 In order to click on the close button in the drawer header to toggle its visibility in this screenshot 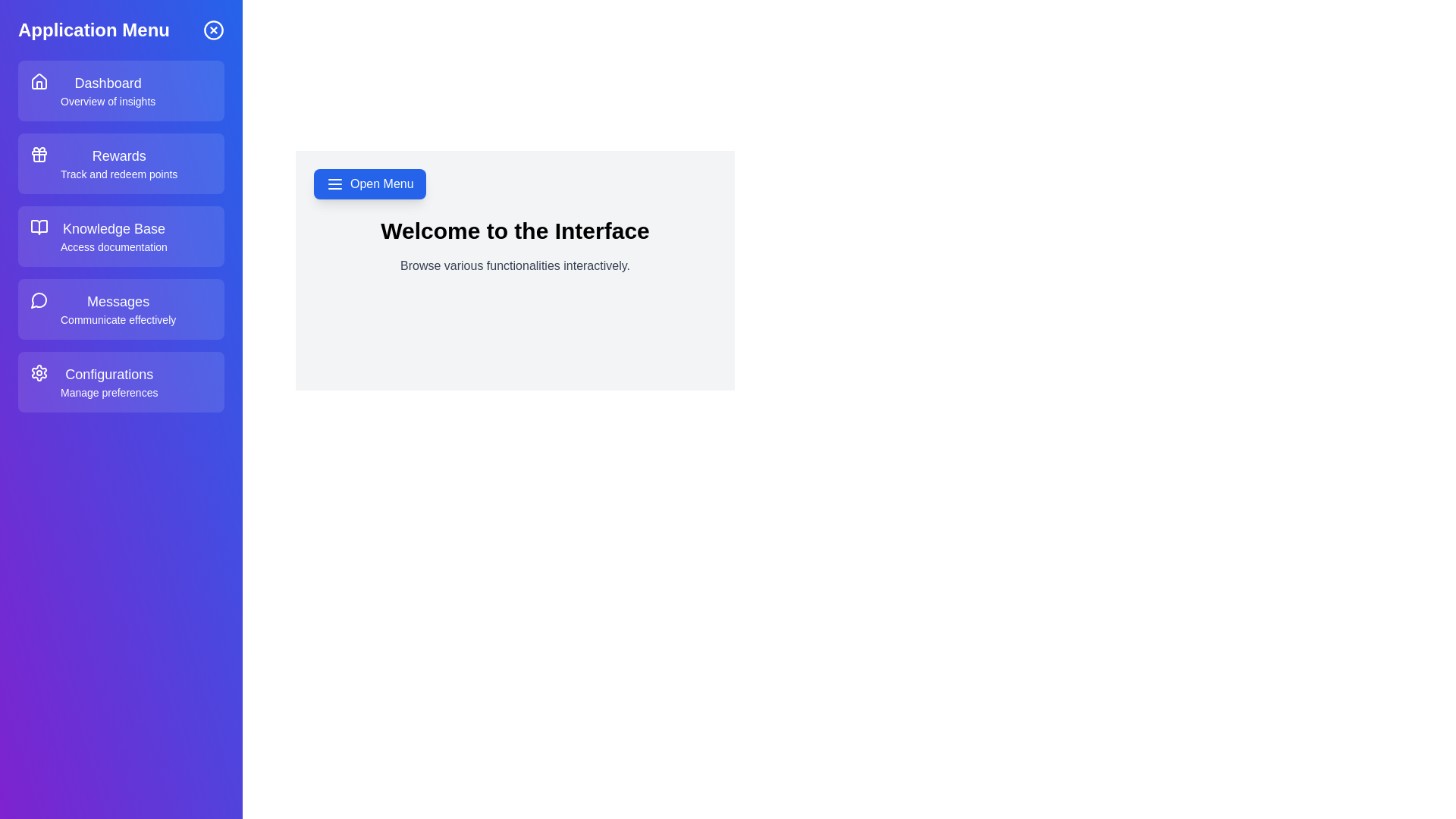, I will do `click(213, 30)`.